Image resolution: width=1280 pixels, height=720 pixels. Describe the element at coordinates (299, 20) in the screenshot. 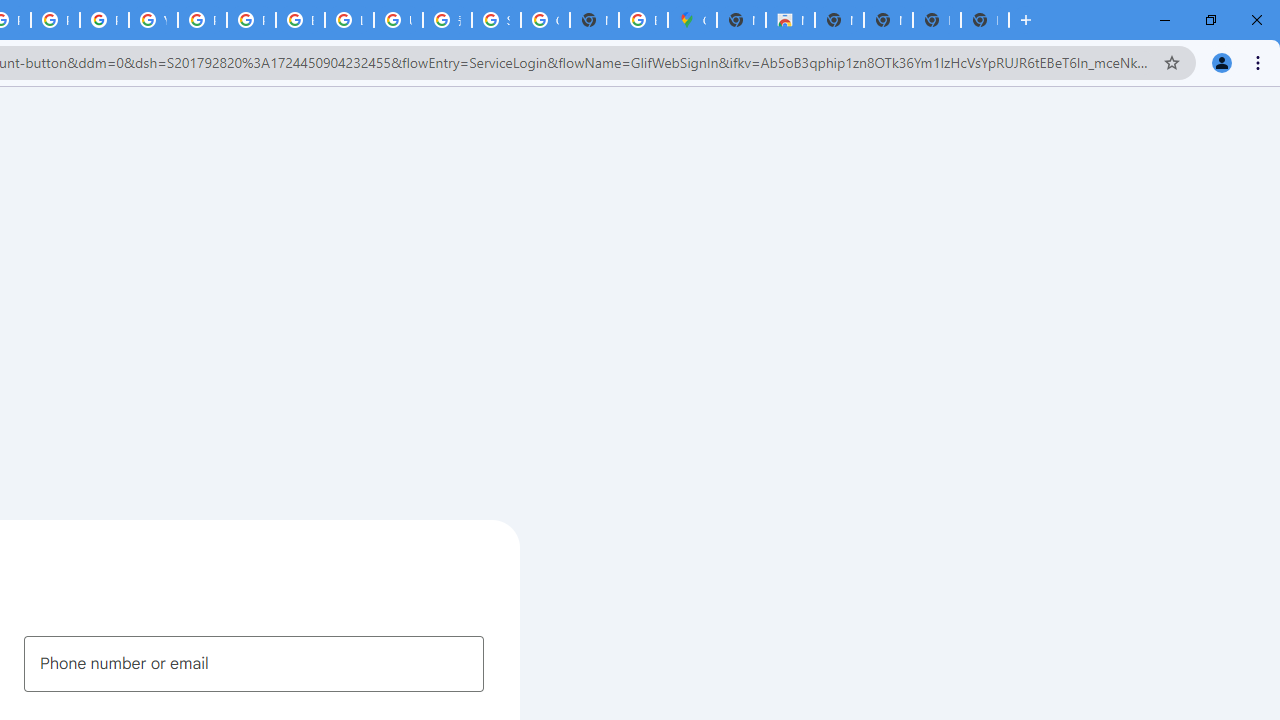

I see `'Browse Chrome as a guest - Computer - Google Chrome Help'` at that location.